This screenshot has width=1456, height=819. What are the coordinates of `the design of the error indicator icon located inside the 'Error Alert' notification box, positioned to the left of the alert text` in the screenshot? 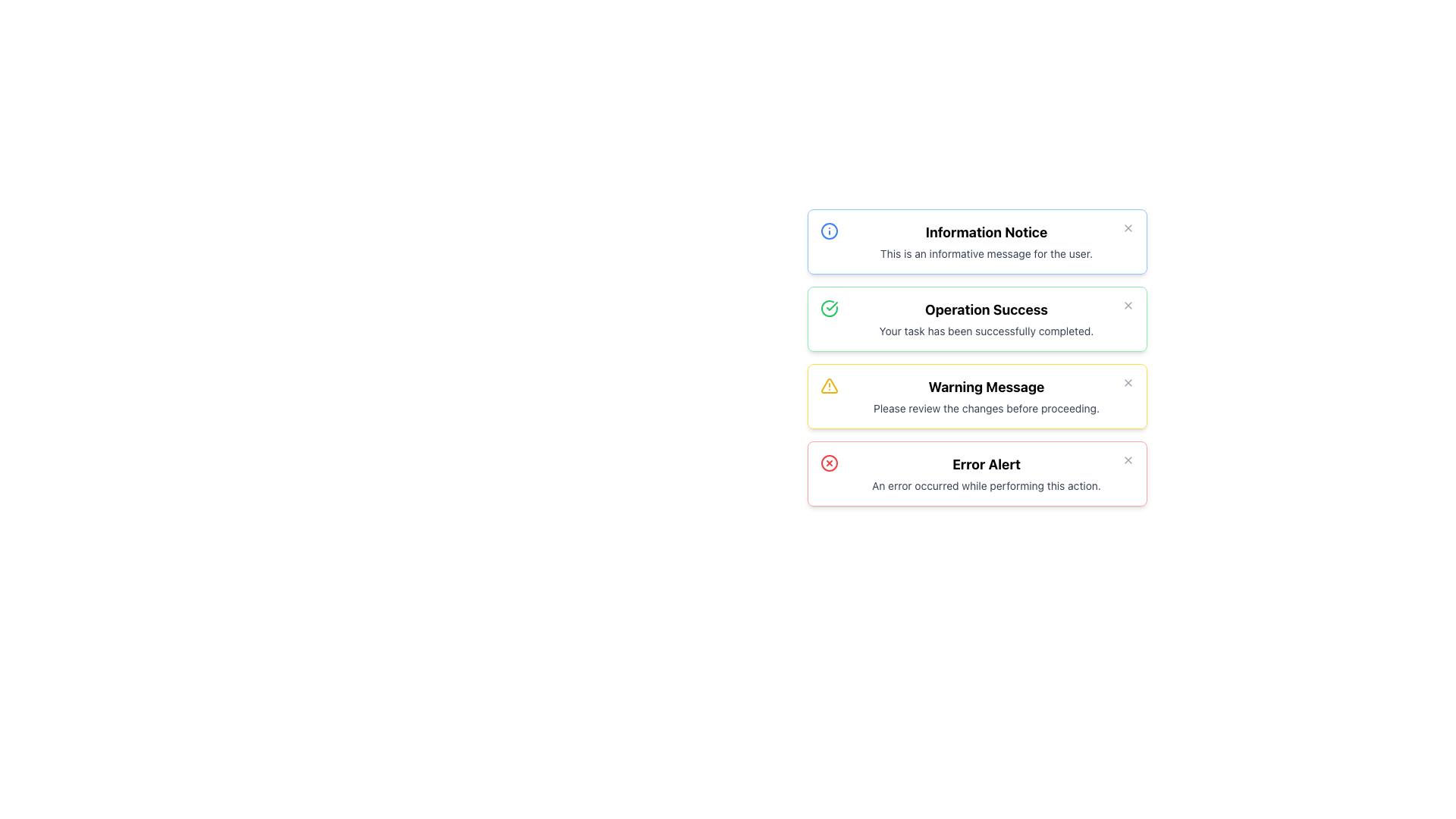 It's located at (829, 462).